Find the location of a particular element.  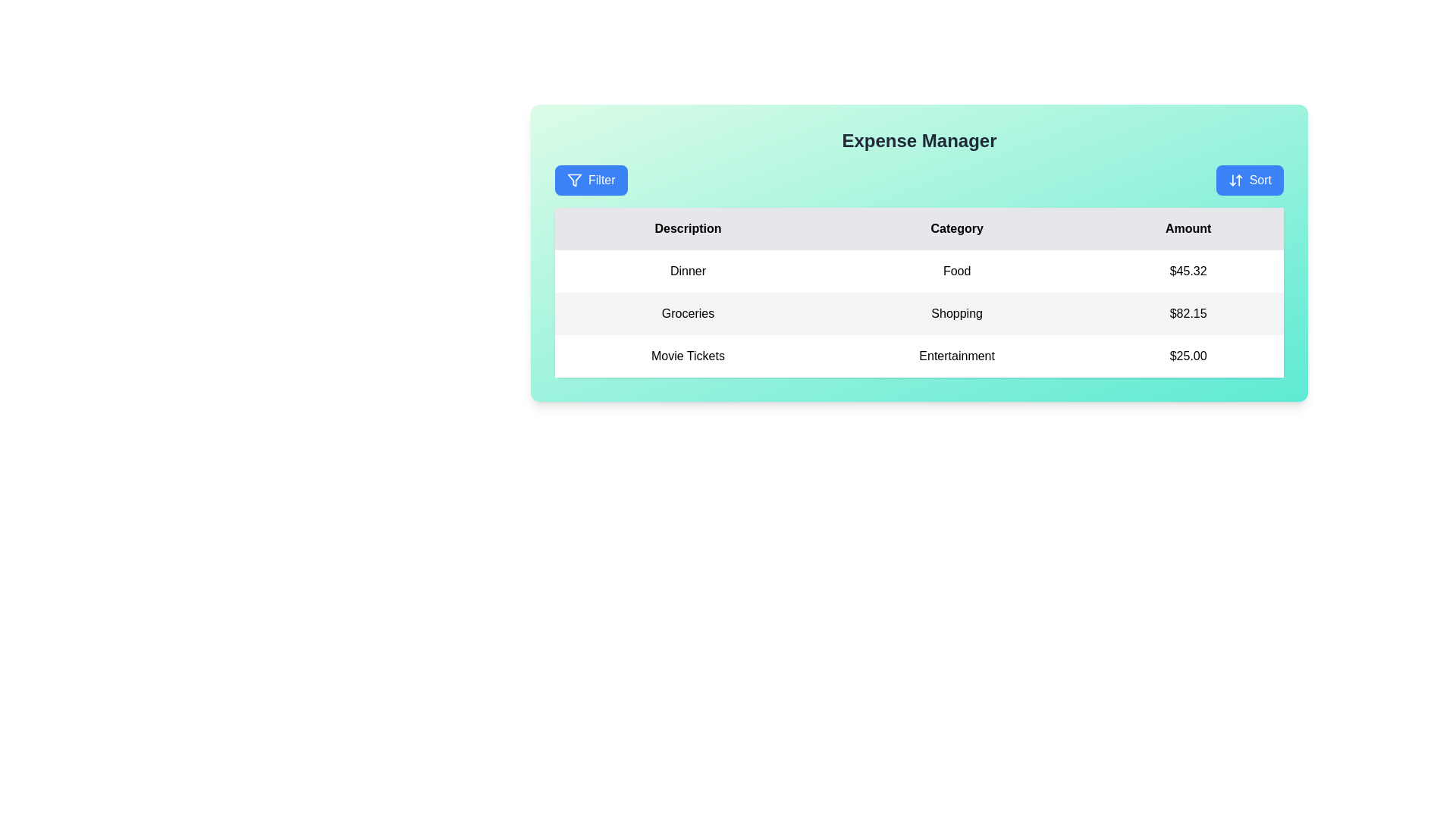

the static text label displaying 'Dinner', which is positioned in the leftmost section of a row in a tabular layout with a white background is located at coordinates (687, 271).